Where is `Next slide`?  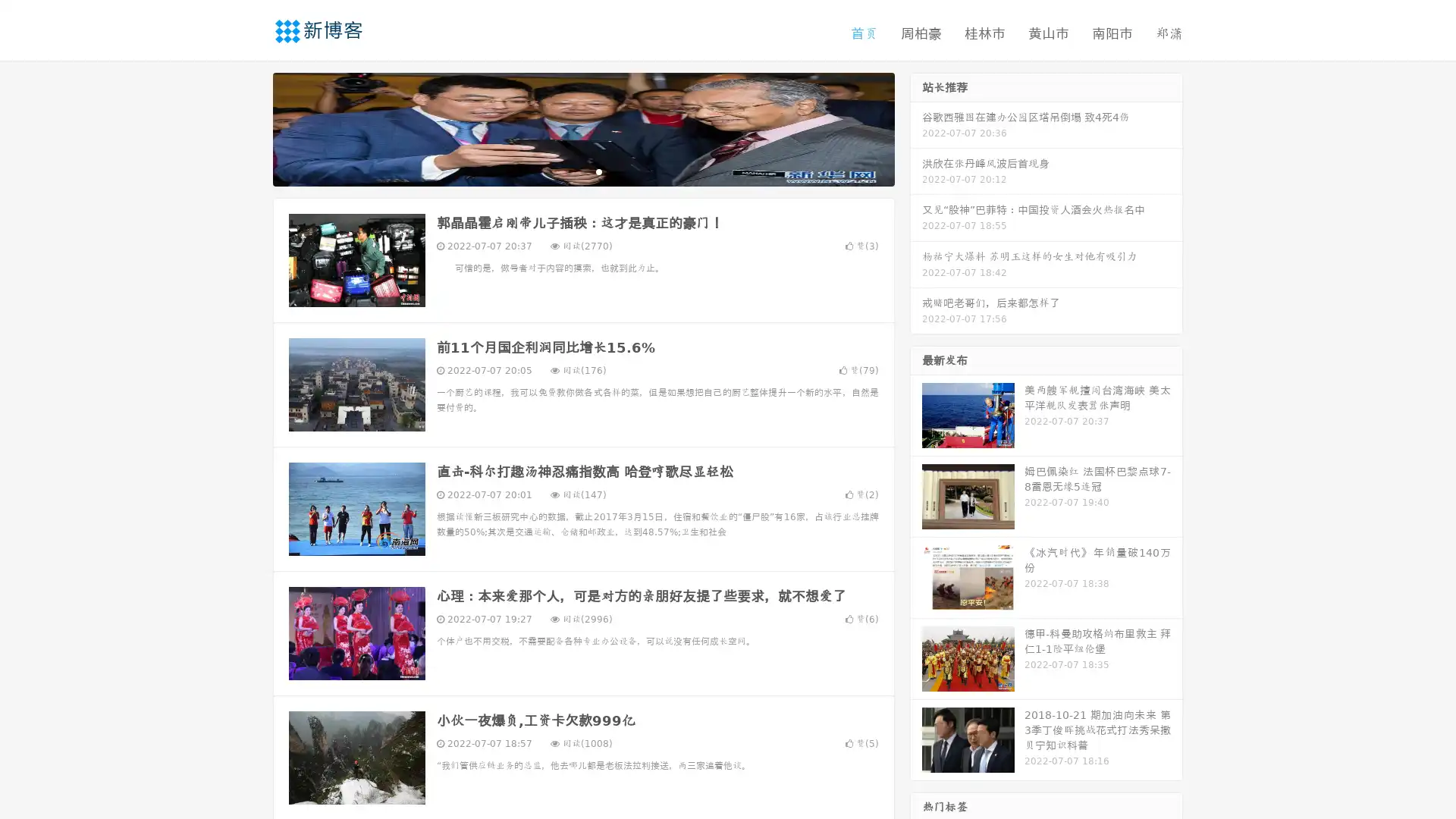 Next slide is located at coordinates (916, 127).